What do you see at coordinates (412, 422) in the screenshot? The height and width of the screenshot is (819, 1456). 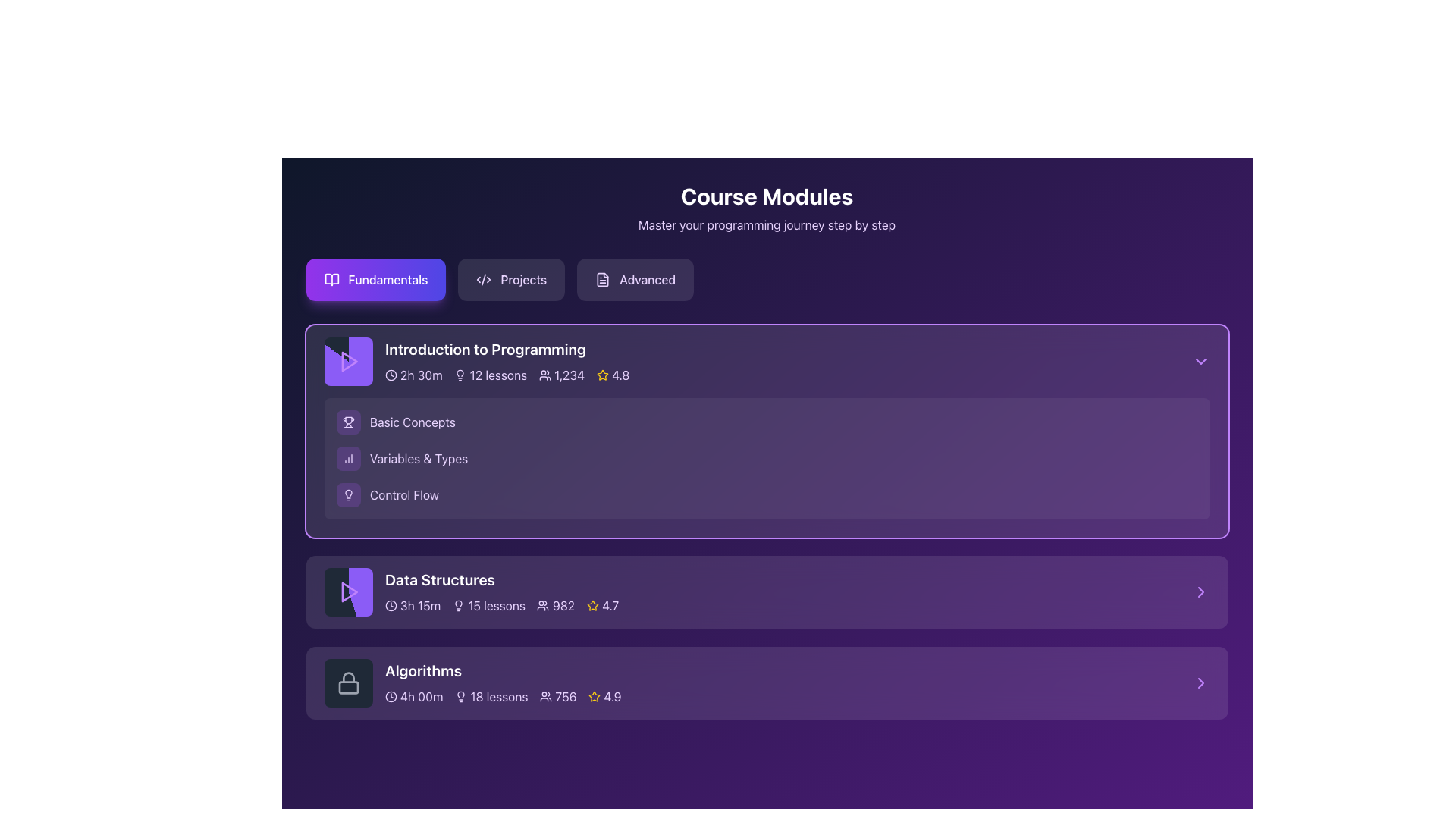 I see `the text label 'Basic Concepts' which identifies a subsection within the 'Introduction to Programming' module` at bounding box center [412, 422].